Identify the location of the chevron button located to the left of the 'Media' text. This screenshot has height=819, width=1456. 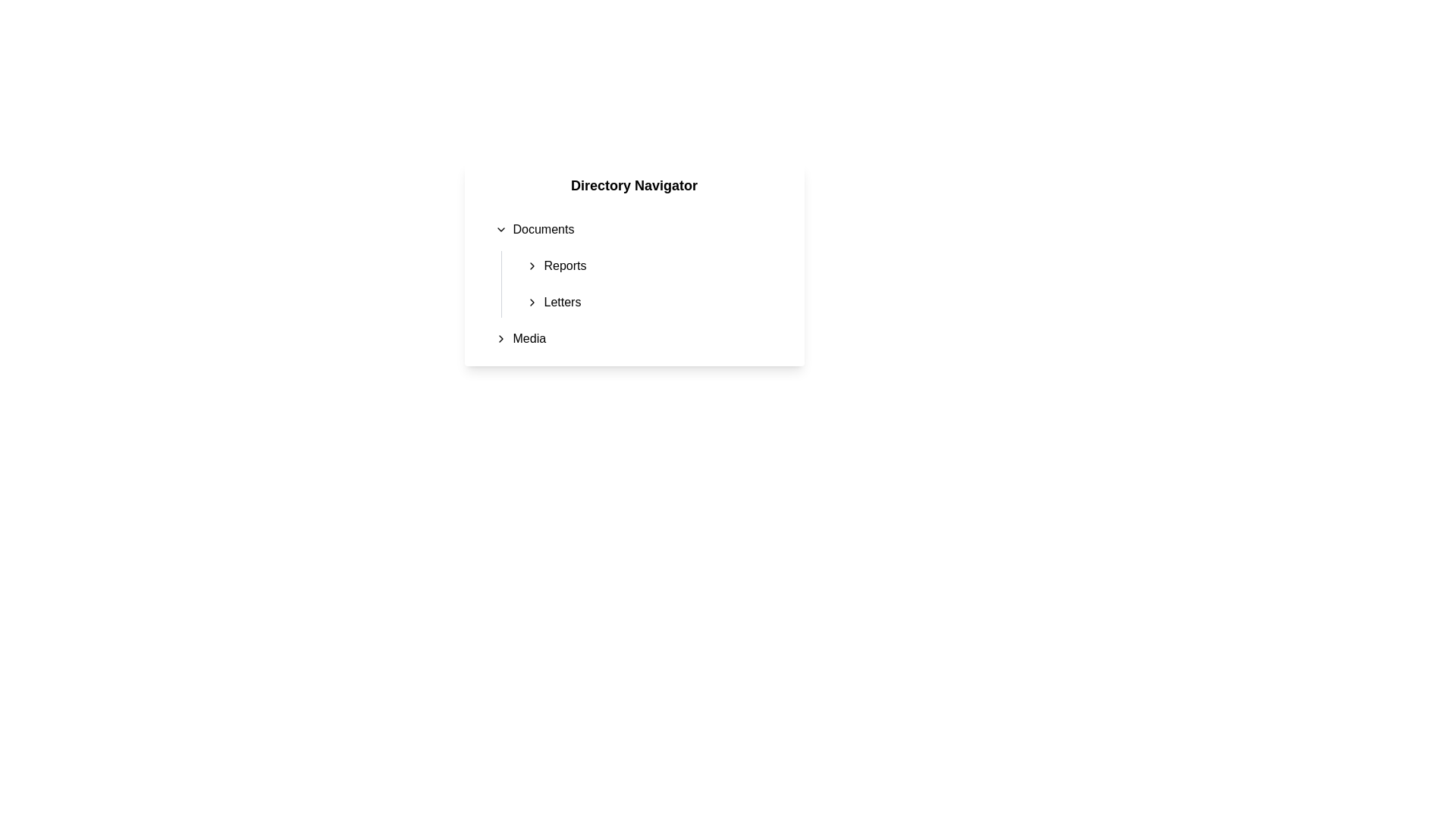
(500, 338).